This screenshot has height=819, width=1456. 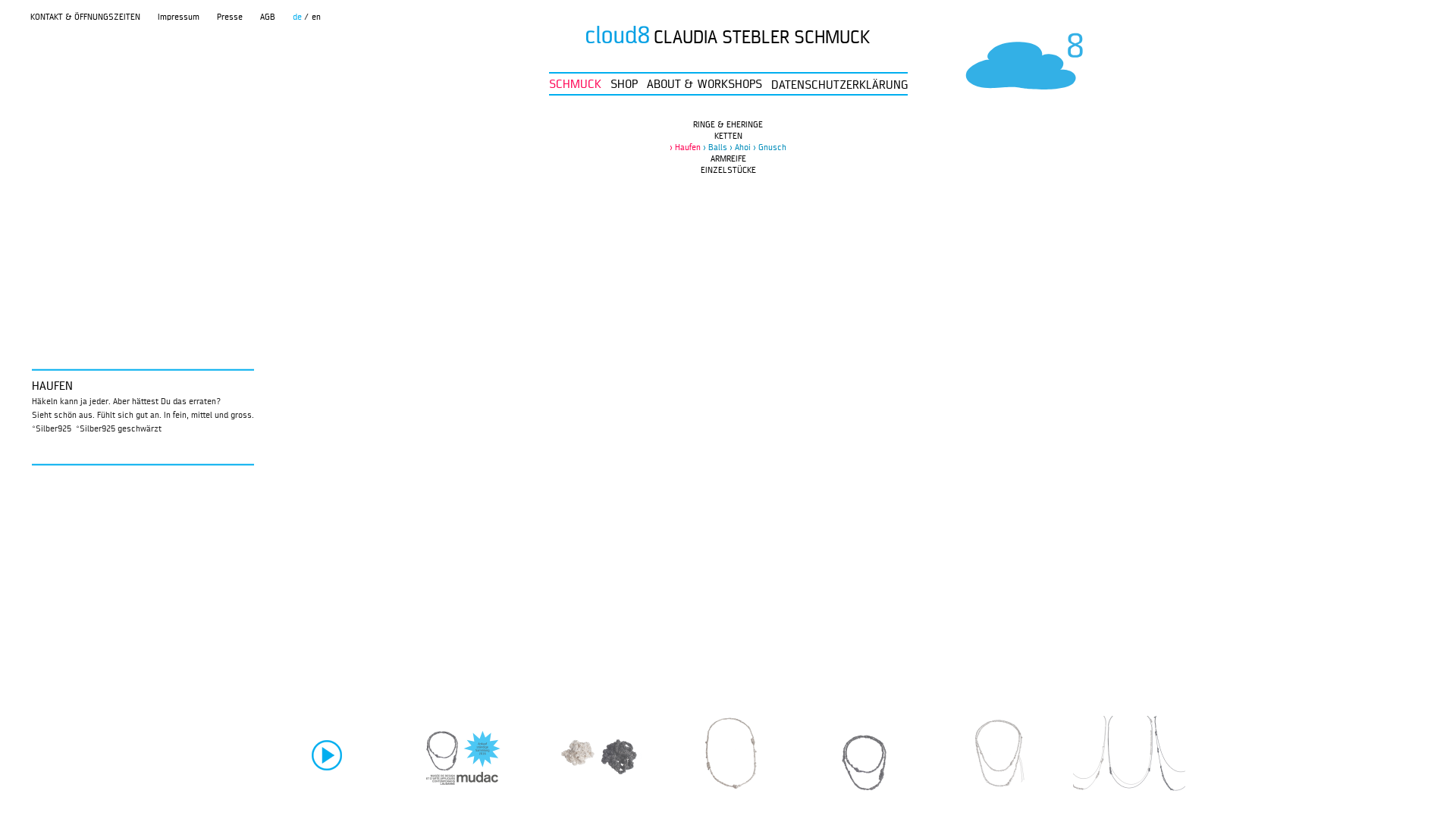 What do you see at coordinates (739, 148) in the screenshot?
I see `'Ahoi'` at bounding box center [739, 148].